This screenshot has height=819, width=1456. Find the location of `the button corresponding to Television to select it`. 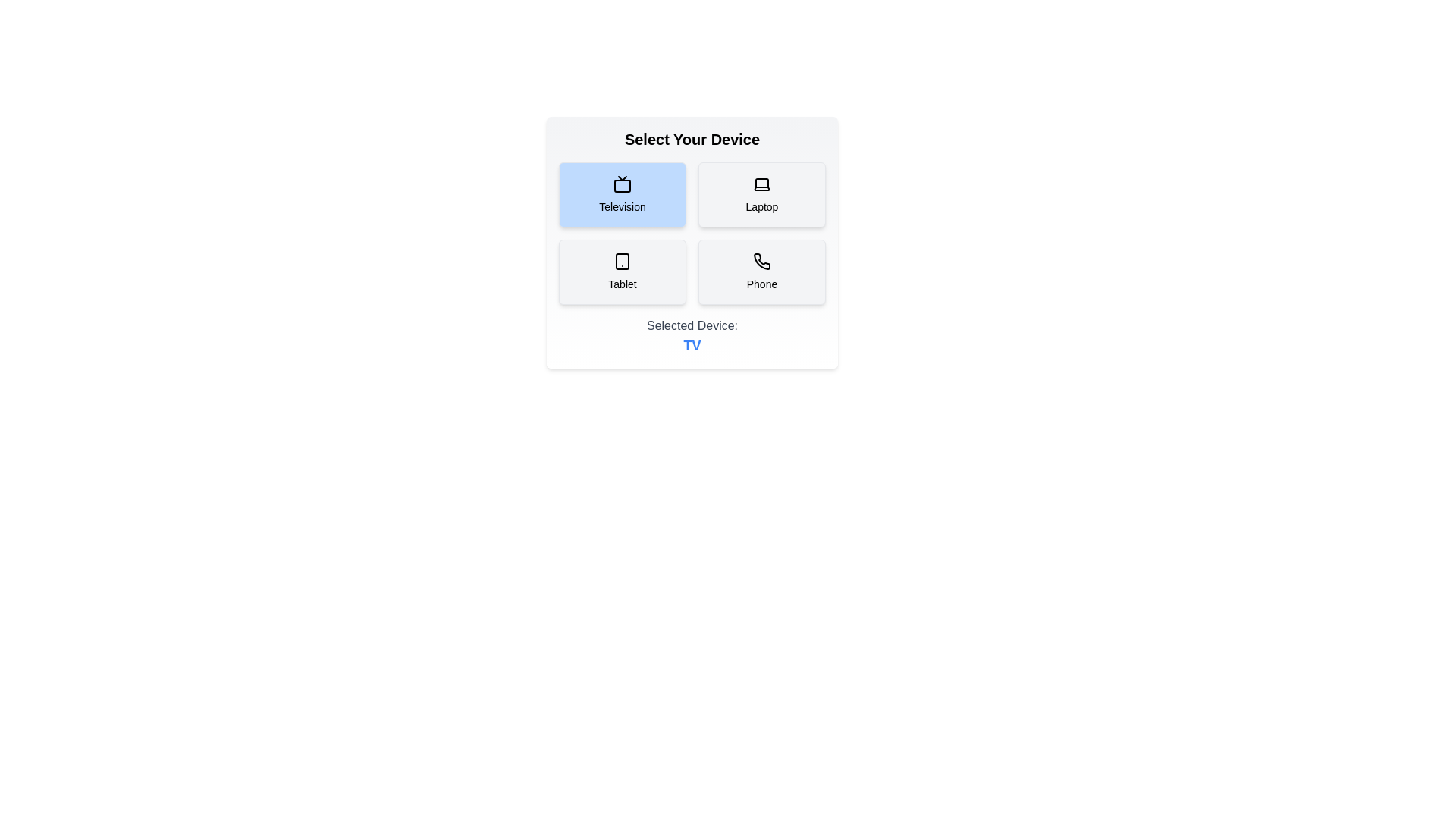

the button corresponding to Television to select it is located at coordinates (622, 194).